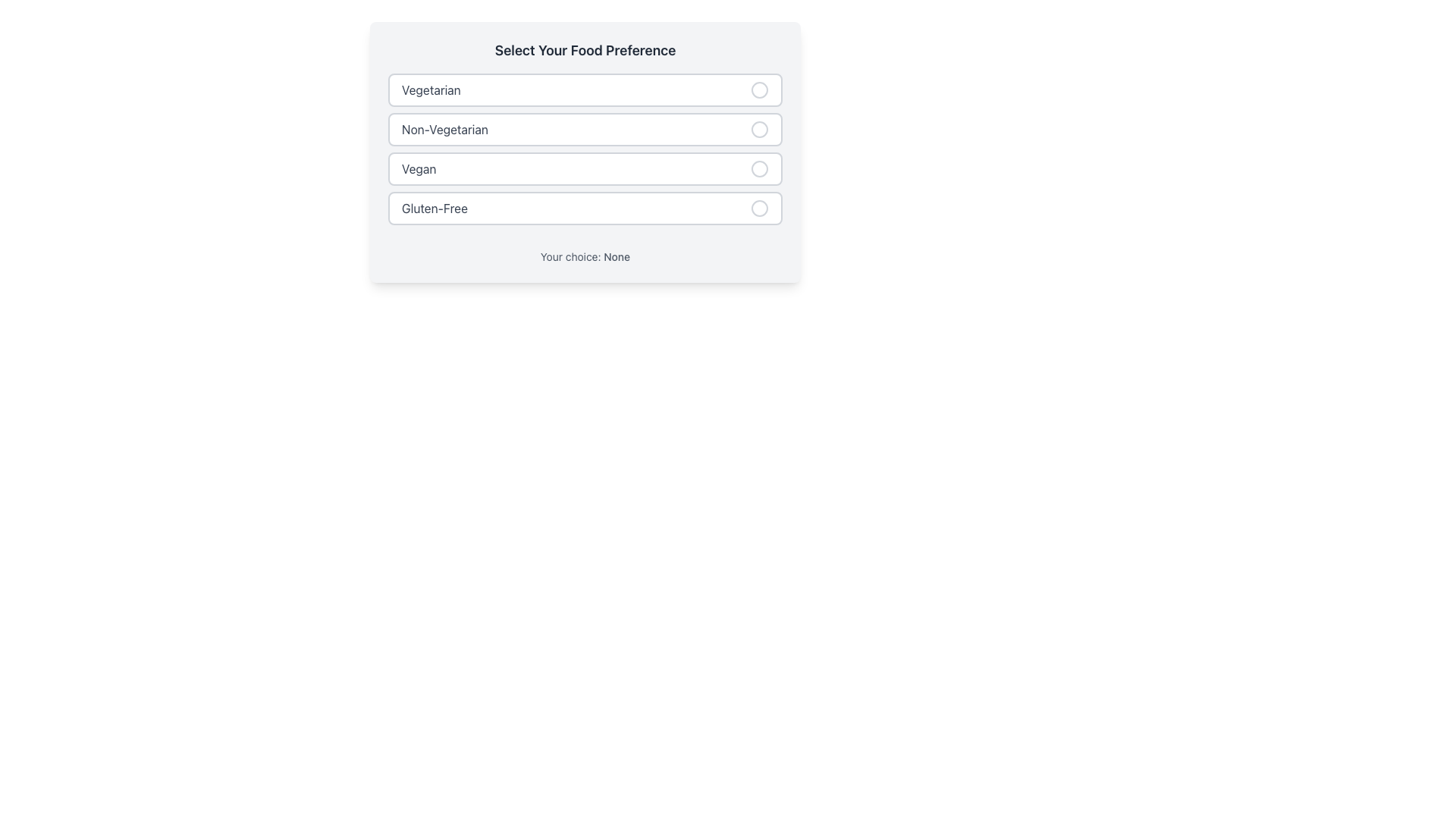 This screenshot has width=1456, height=819. Describe the element at coordinates (585, 169) in the screenshot. I see `the 'Vegan' selectable button, which is the third item in the list of food preference options` at that location.